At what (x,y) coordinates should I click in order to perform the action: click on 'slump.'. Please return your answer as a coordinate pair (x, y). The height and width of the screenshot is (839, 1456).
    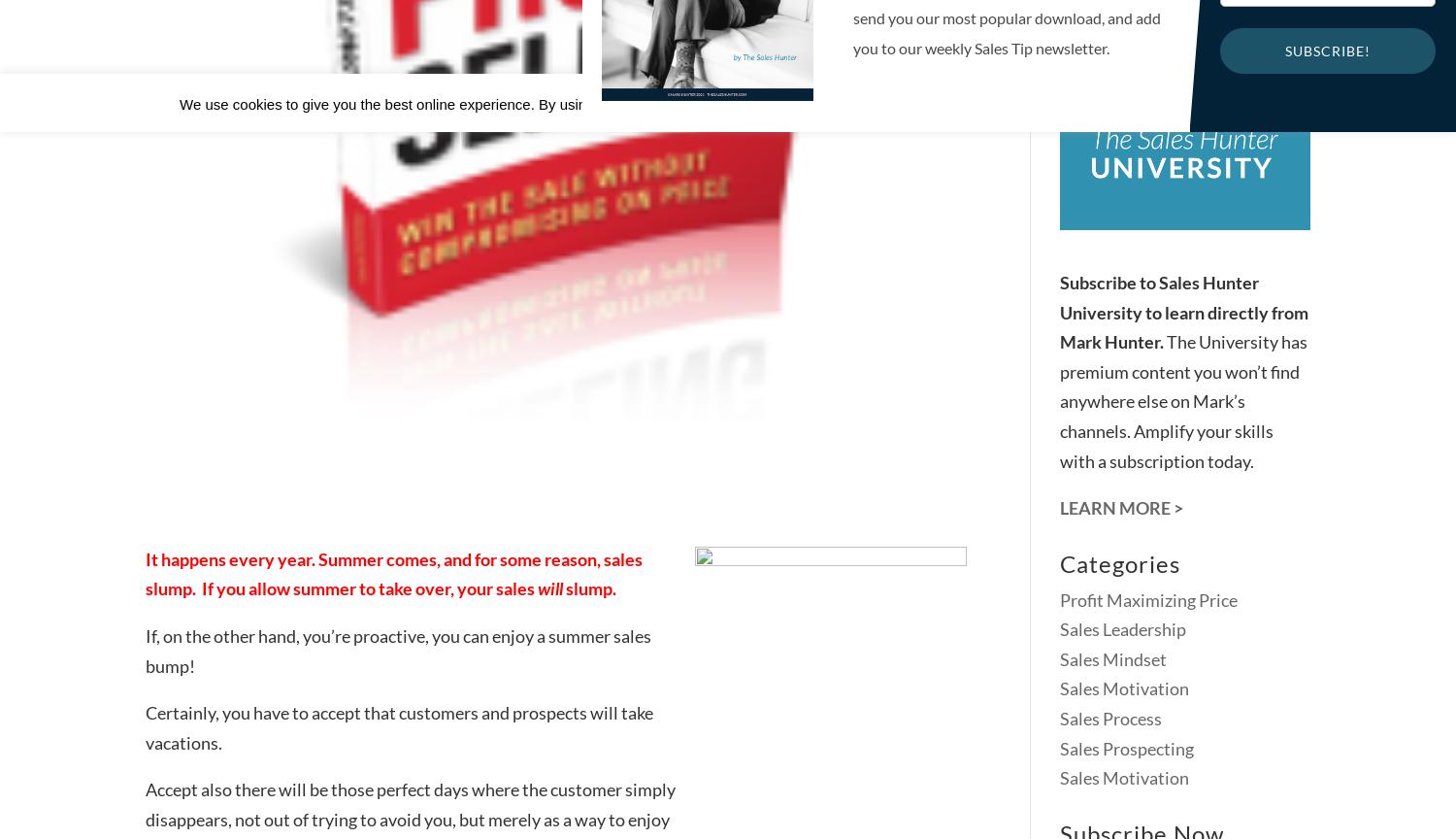
    Looking at the image, I should click on (562, 587).